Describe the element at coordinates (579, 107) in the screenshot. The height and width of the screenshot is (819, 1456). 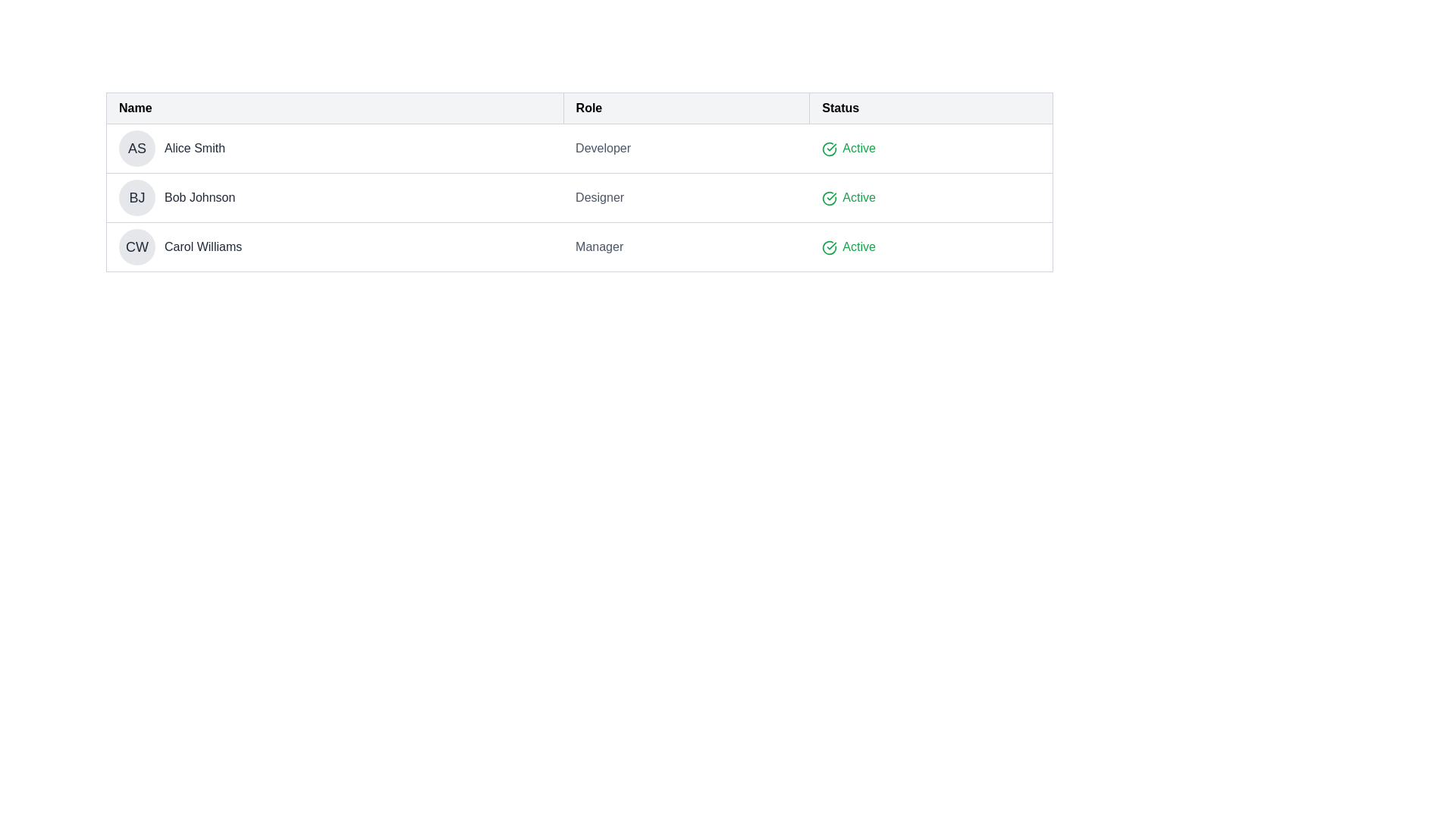
I see `the 'Role' header in the Table Header Row to sort the table by role` at that location.